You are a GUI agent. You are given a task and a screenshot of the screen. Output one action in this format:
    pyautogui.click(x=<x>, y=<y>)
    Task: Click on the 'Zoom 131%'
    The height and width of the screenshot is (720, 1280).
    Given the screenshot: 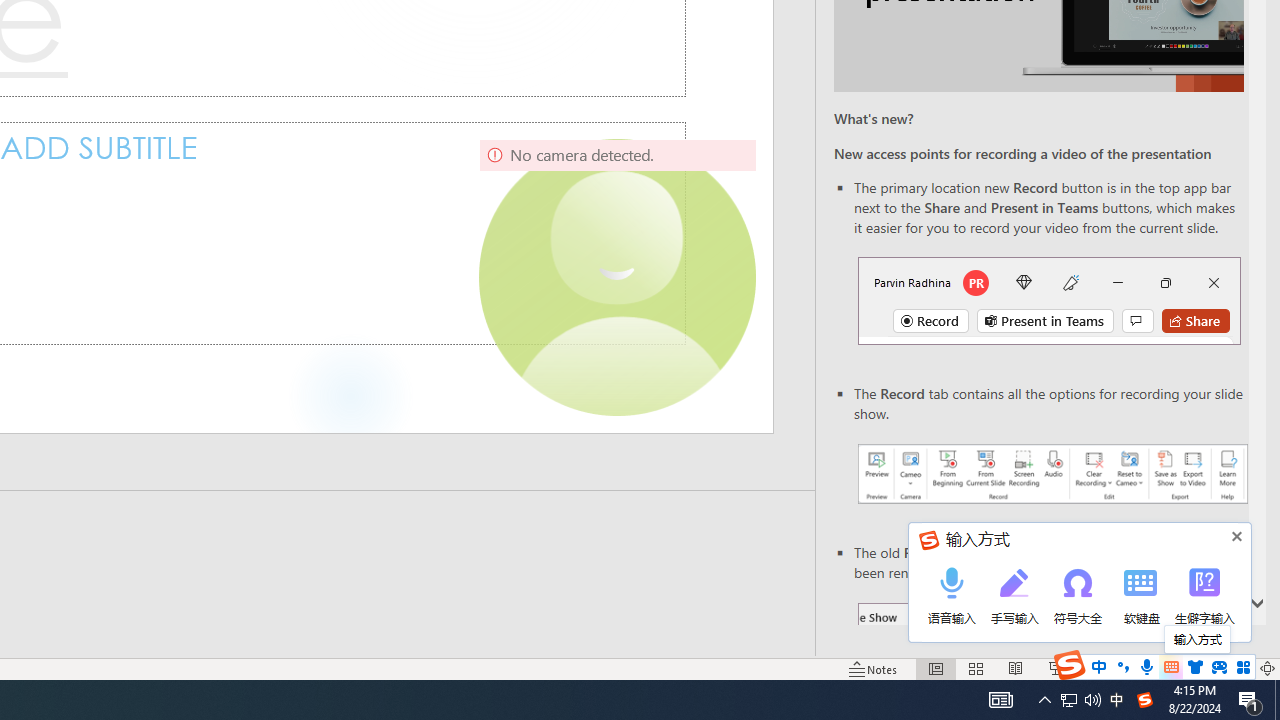 What is the action you would take?
    pyautogui.click(x=1233, y=669)
    